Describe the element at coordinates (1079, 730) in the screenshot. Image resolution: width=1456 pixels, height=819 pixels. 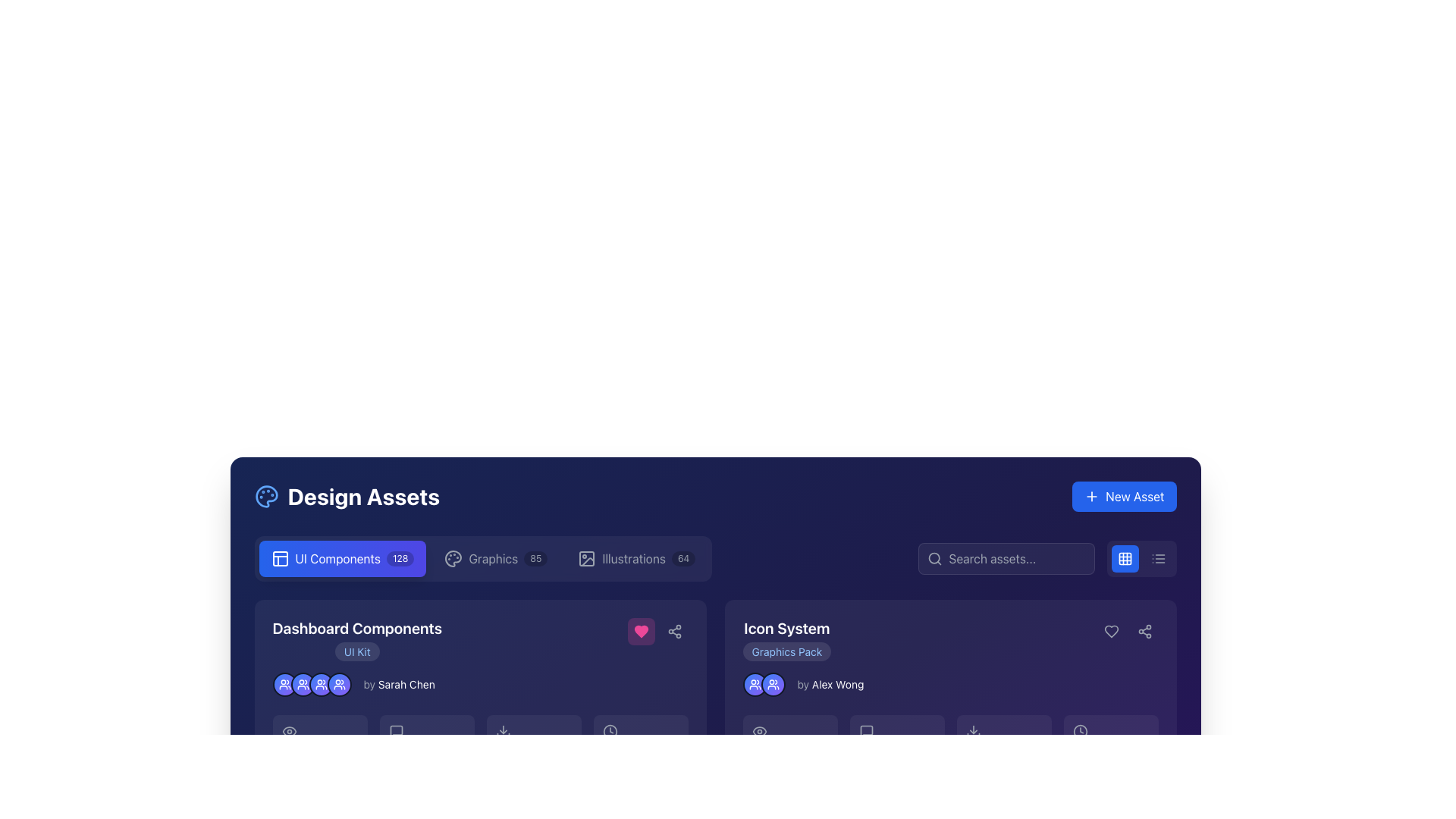
I see `the graphical element within the clock icon, which serves as a visual indicator of the clock's face, located in the upper right section of the interface` at that location.